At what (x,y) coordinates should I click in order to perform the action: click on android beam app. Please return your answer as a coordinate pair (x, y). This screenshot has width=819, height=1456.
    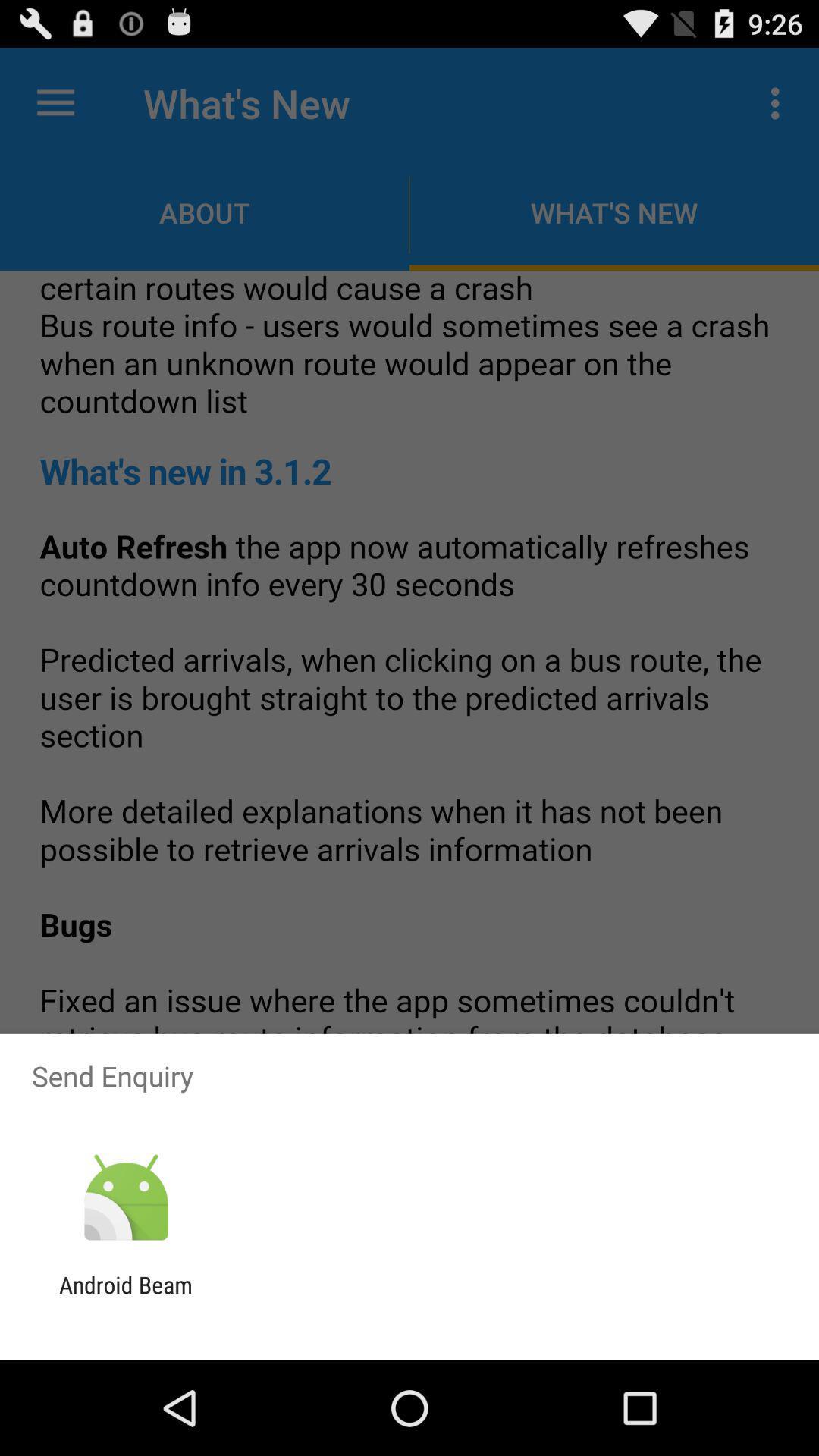
    Looking at the image, I should click on (125, 1298).